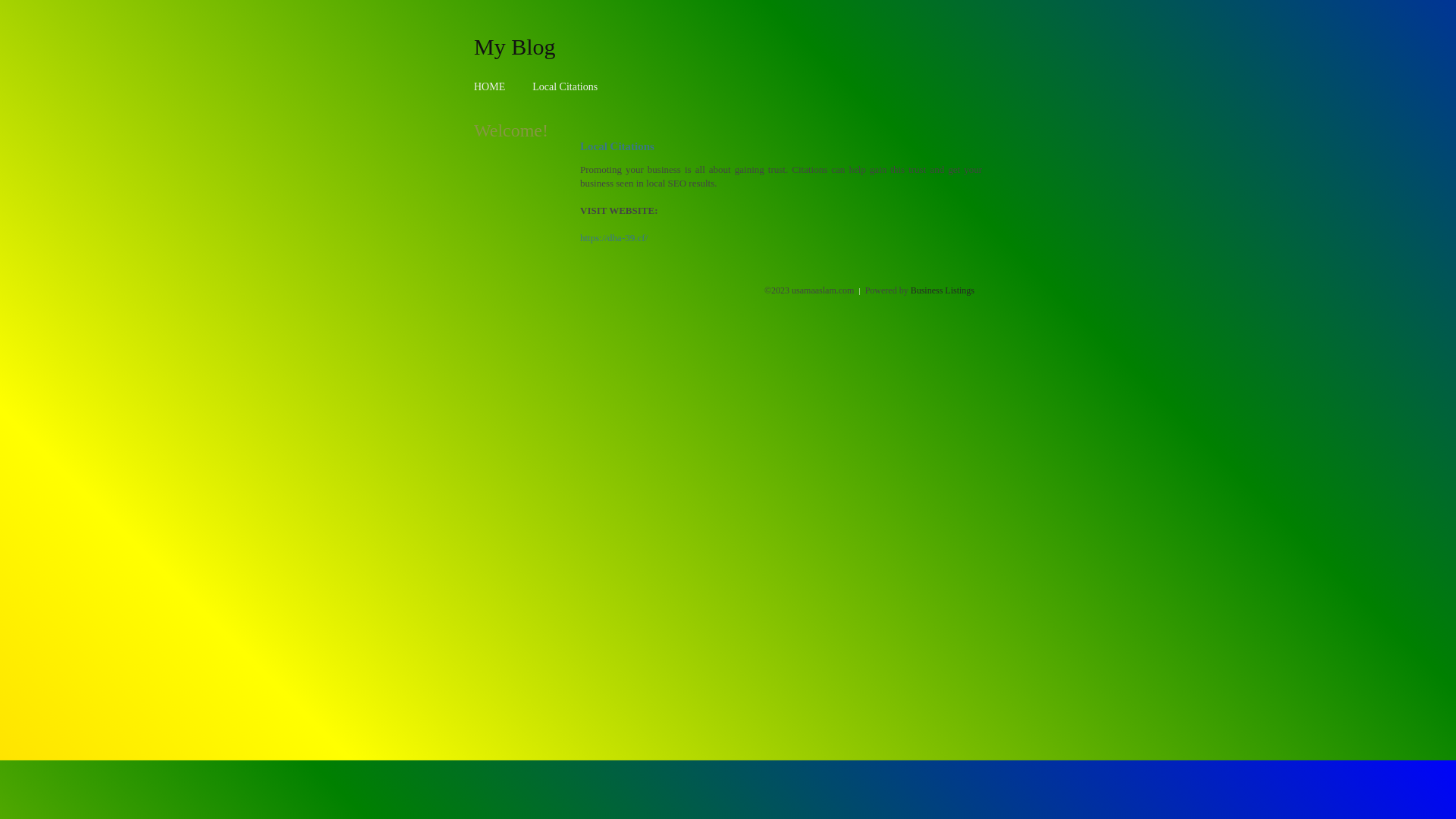 This screenshot has width=1456, height=819. I want to click on 'HOME', so click(472, 86).